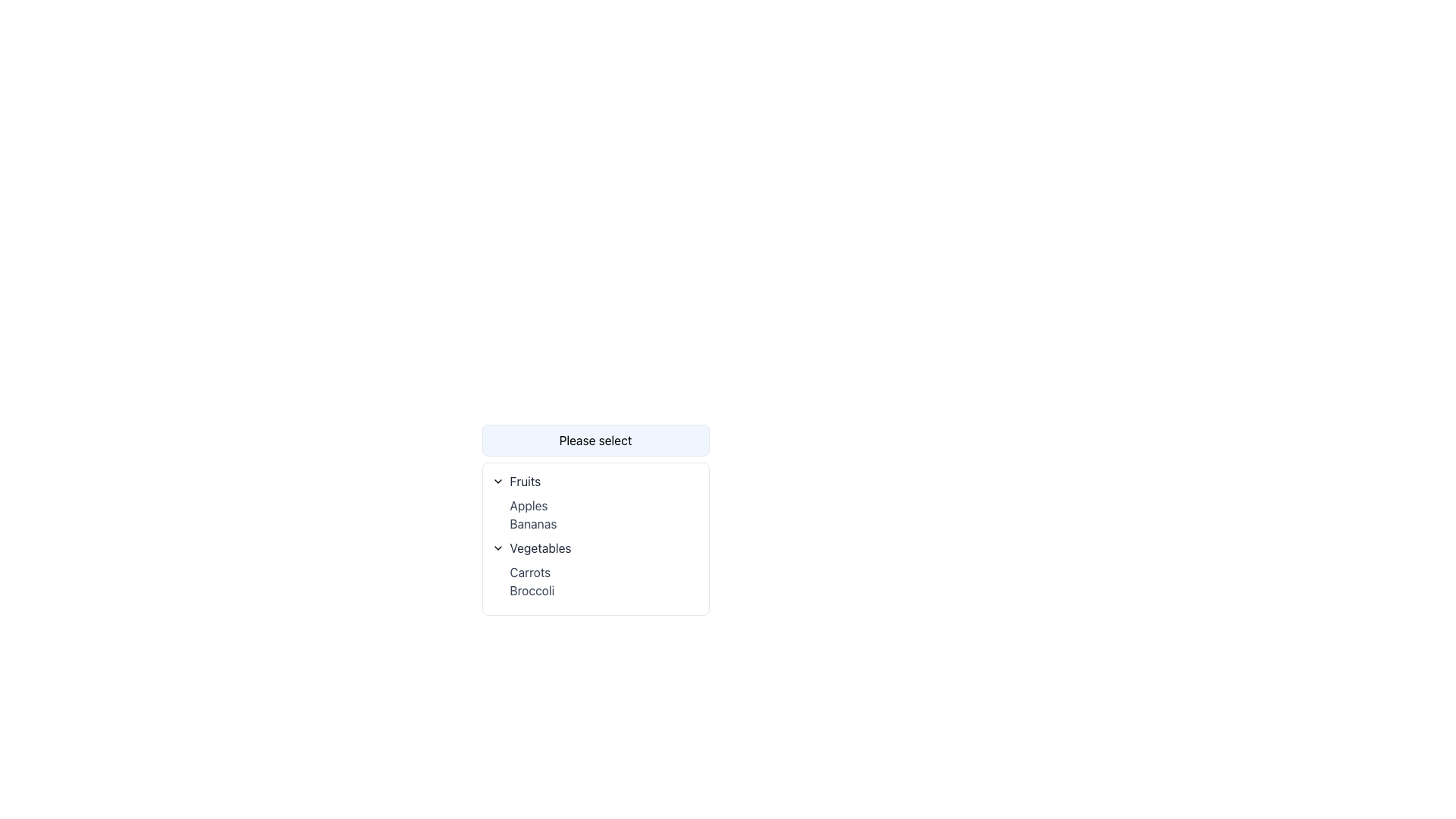 The height and width of the screenshot is (819, 1456). I want to click on text element 'Fruits' in the dropdown list menu to understand the current selection, so click(525, 482).